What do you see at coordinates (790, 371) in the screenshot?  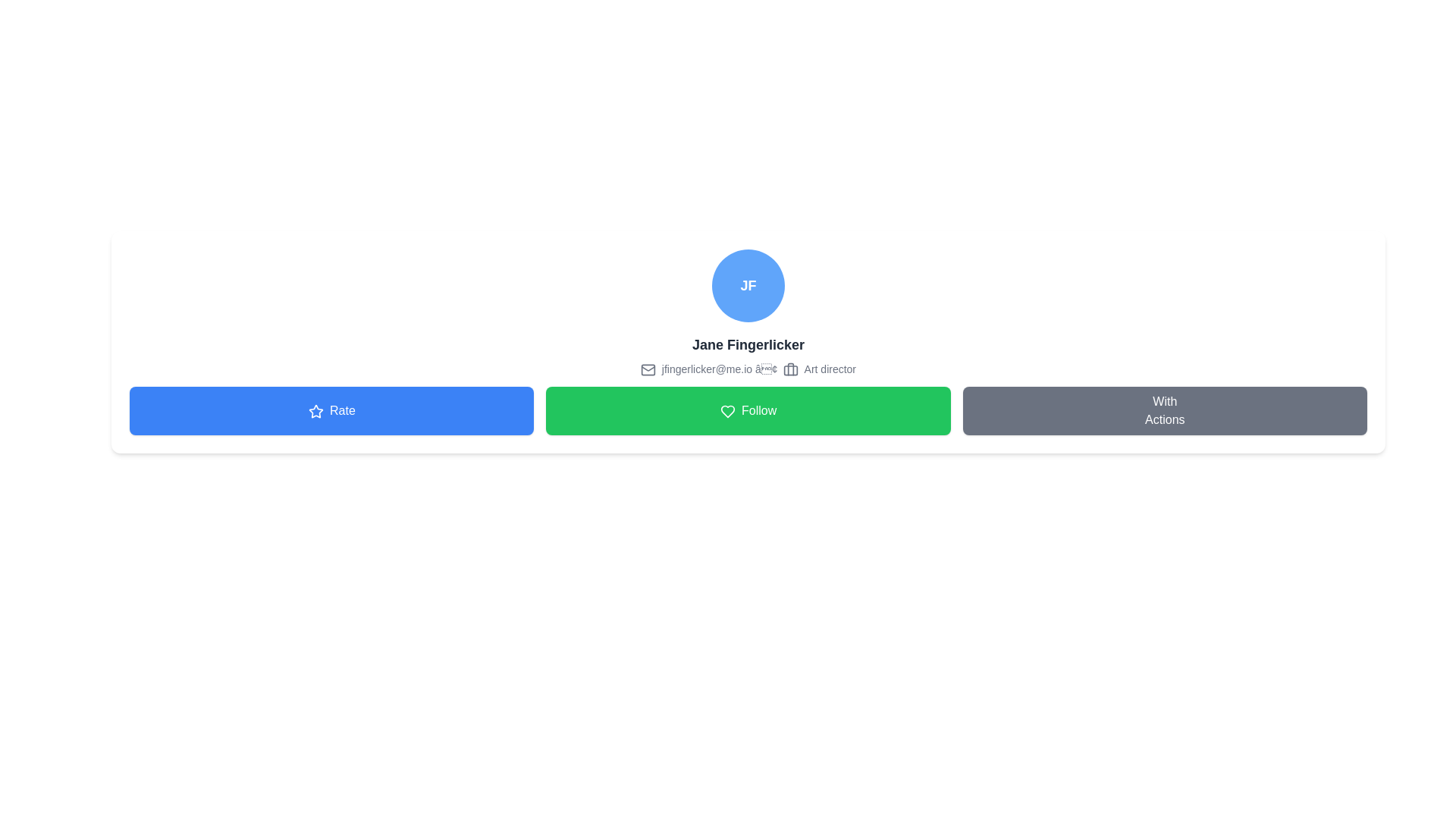 I see `the graphic element representing a compartment in the briefcase-like icon` at bounding box center [790, 371].